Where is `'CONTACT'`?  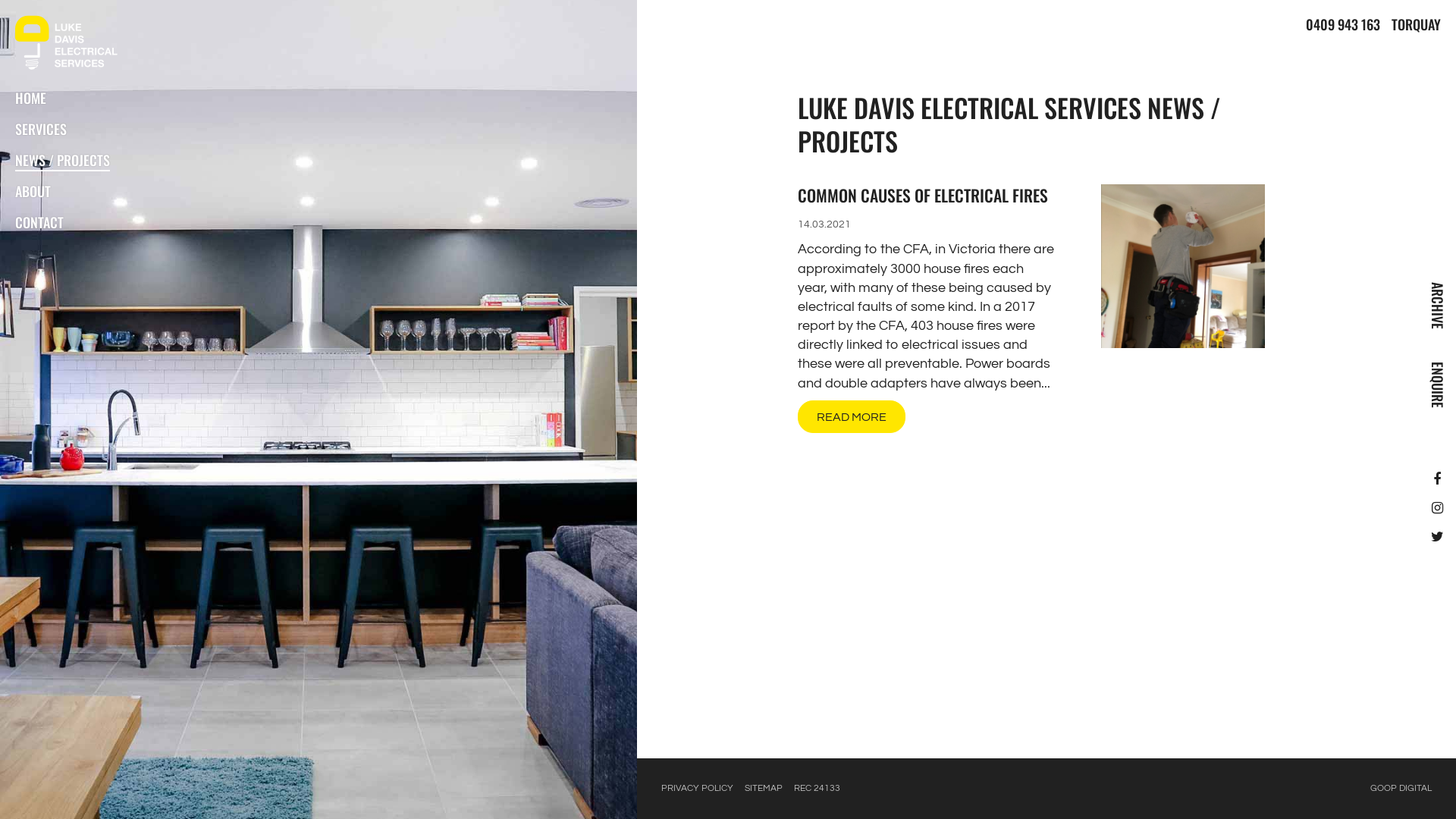 'CONTACT' is located at coordinates (39, 223).